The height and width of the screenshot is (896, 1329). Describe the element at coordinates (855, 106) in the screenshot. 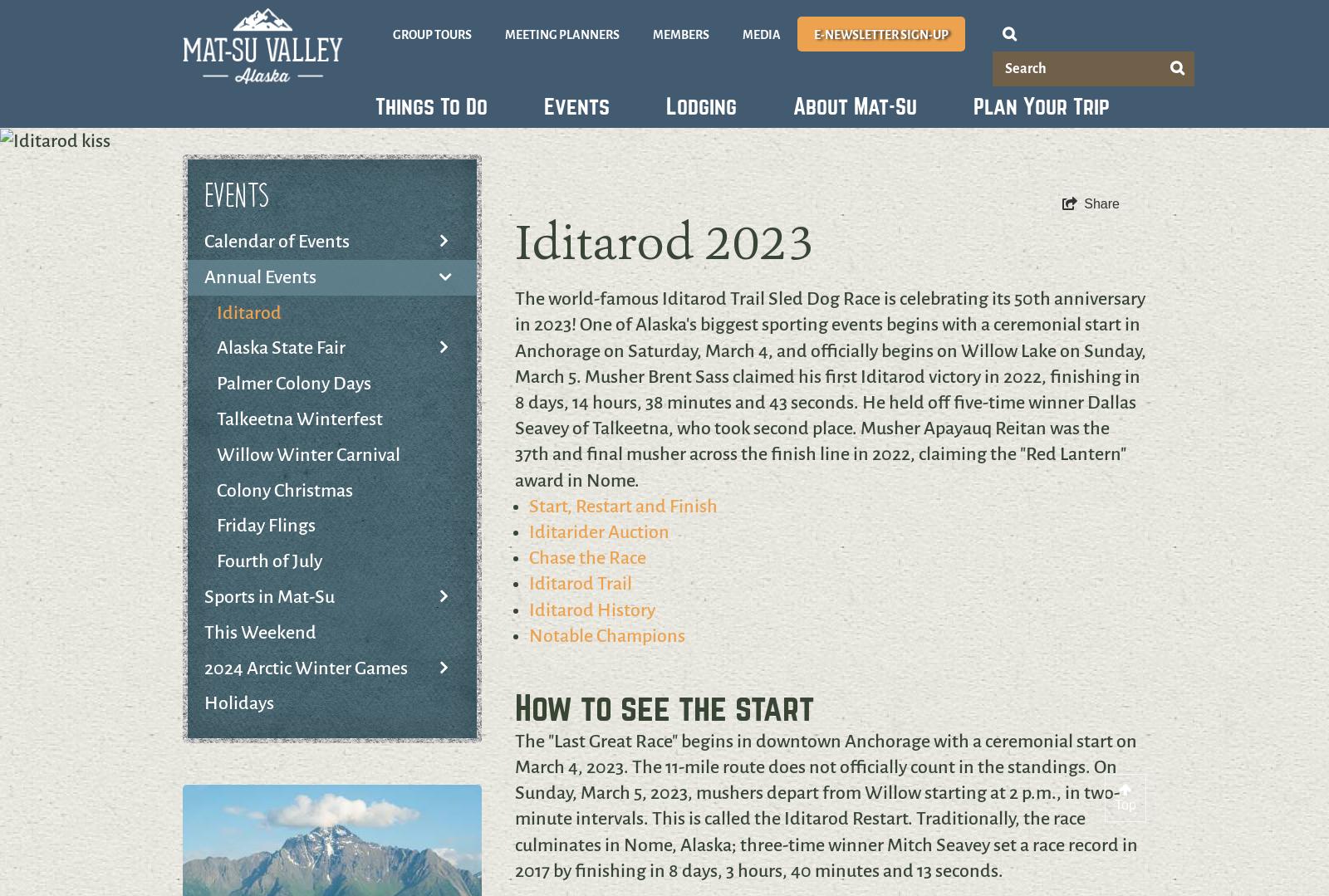

I see `'About Mat-Su'` at that location.